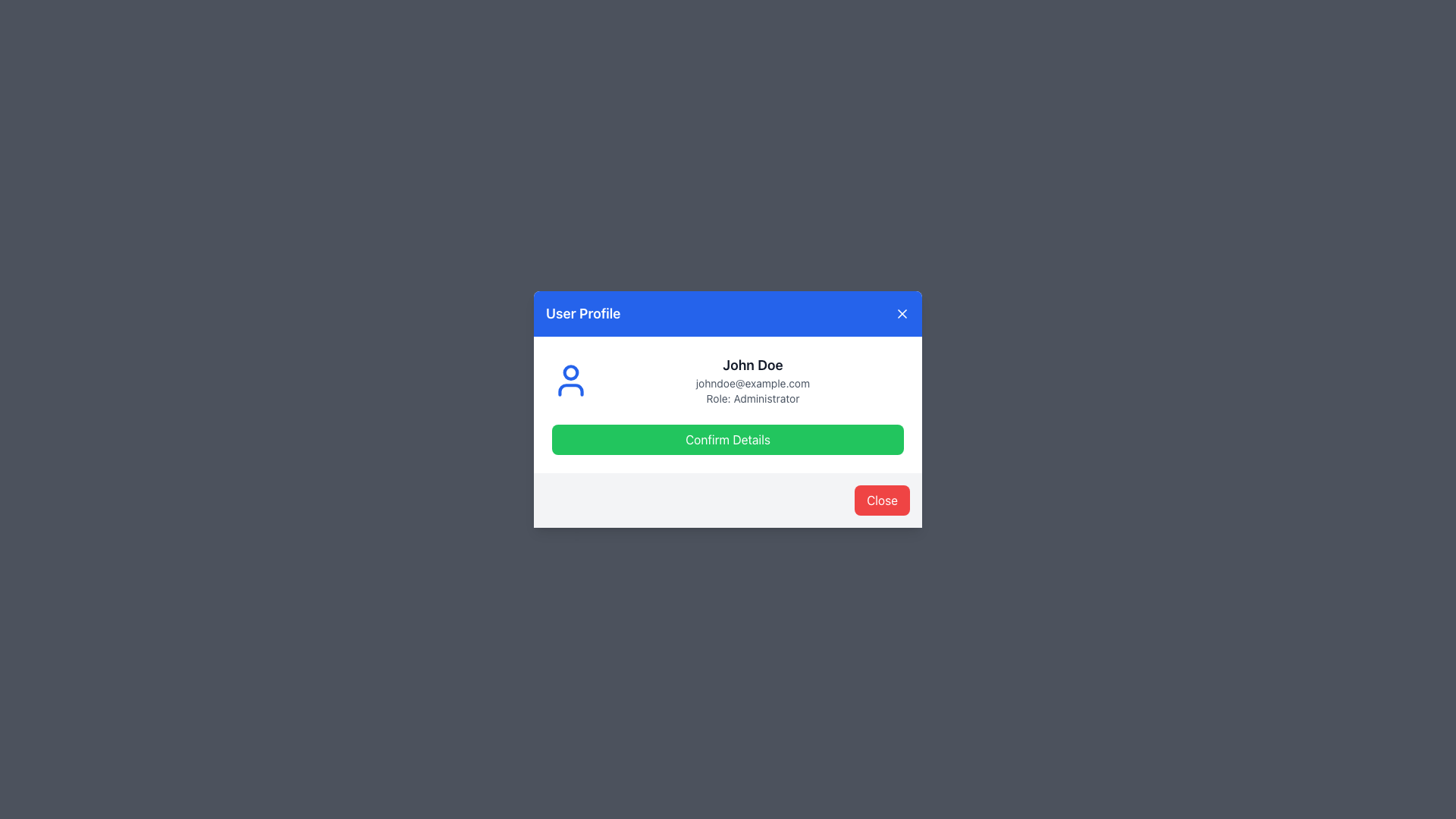 Image resolution: width=1456 pixels, height=819 pixels. Describe the element at coordinates (728, 379) in the screenshot. I see `user profile information displayed in the information block, which includes the user's name, email, and role description, located in the middle of the dialog box` at that location.